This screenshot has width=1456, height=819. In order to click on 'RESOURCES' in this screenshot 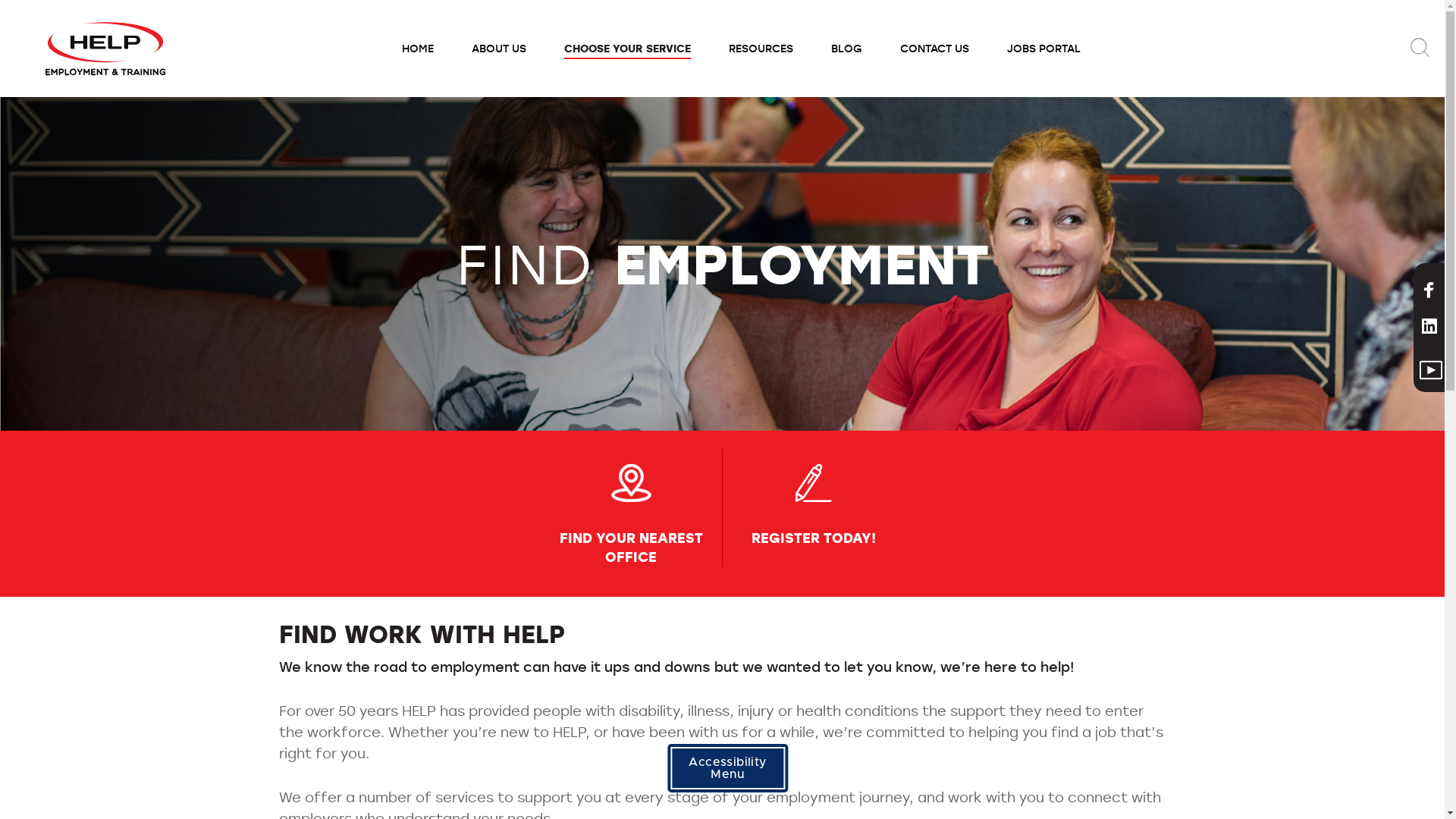, I will do `click(709, 48)`.